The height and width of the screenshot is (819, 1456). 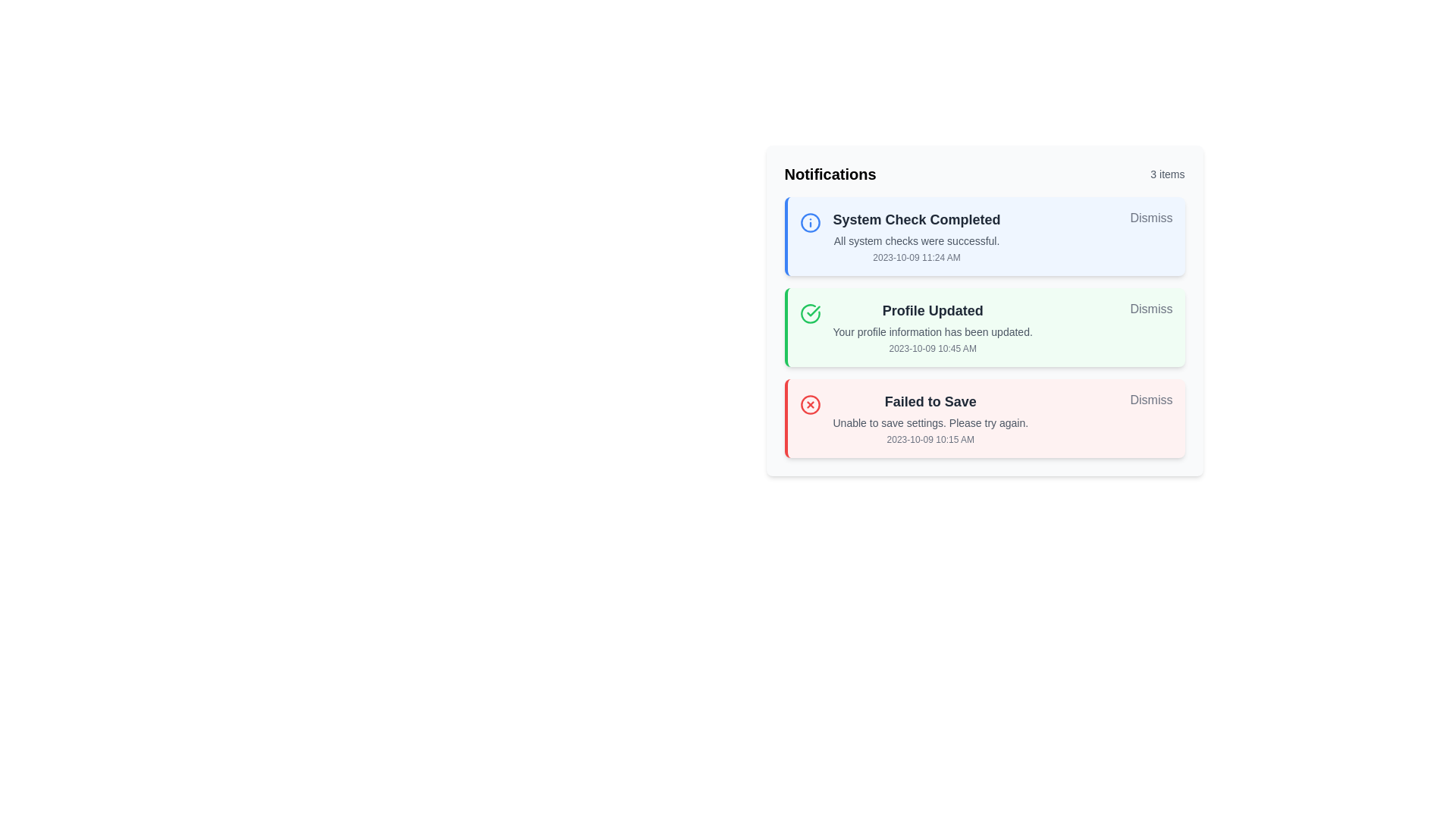 I want to click on the text label element displaying the timestamp '2023-10-09 10:45 AM', which is located below the 'Profile Updated' notification message, so click(x=932, y=348).